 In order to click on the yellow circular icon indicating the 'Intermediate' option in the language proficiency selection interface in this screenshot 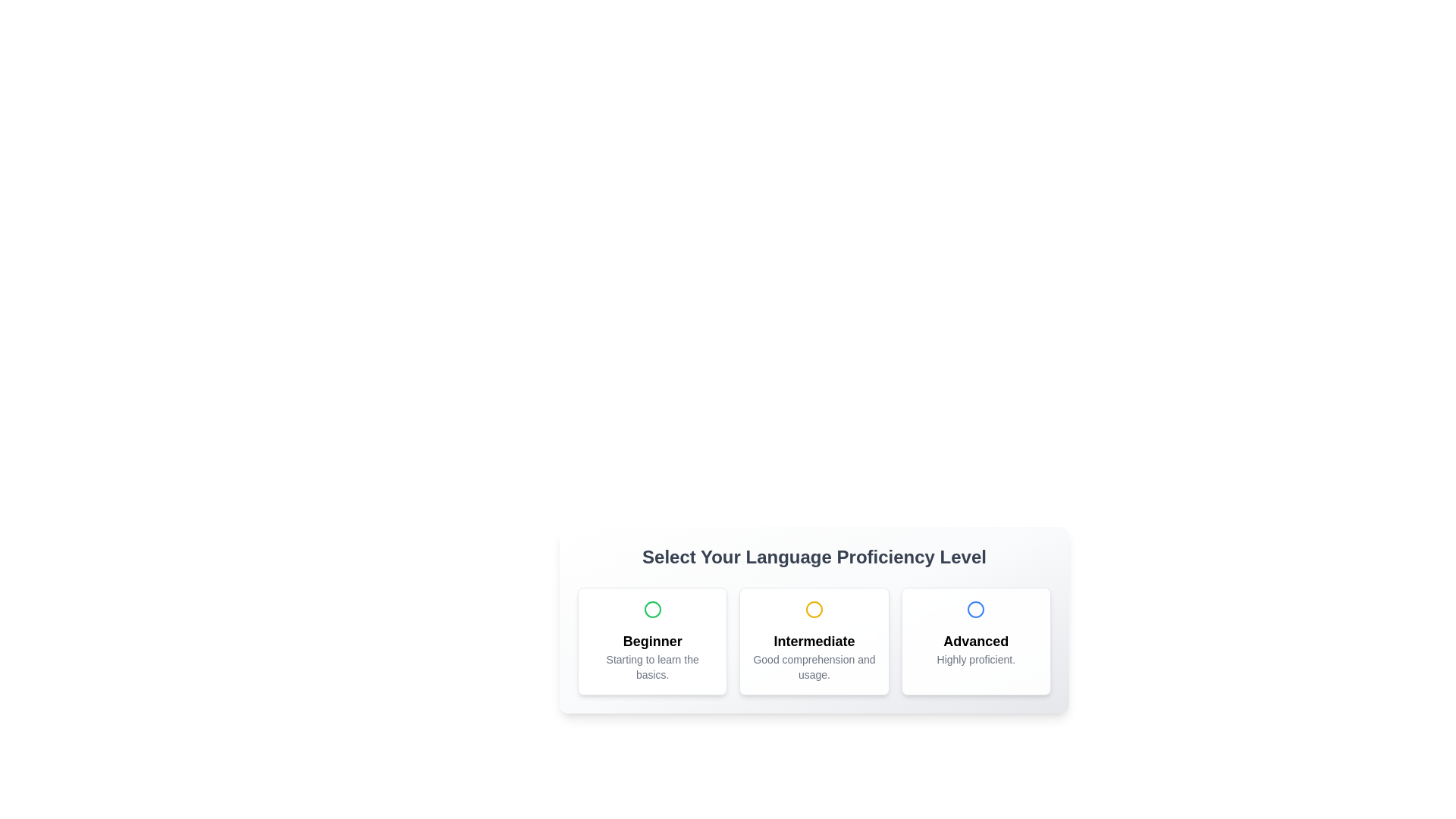, I will do `click(814, 608)`.